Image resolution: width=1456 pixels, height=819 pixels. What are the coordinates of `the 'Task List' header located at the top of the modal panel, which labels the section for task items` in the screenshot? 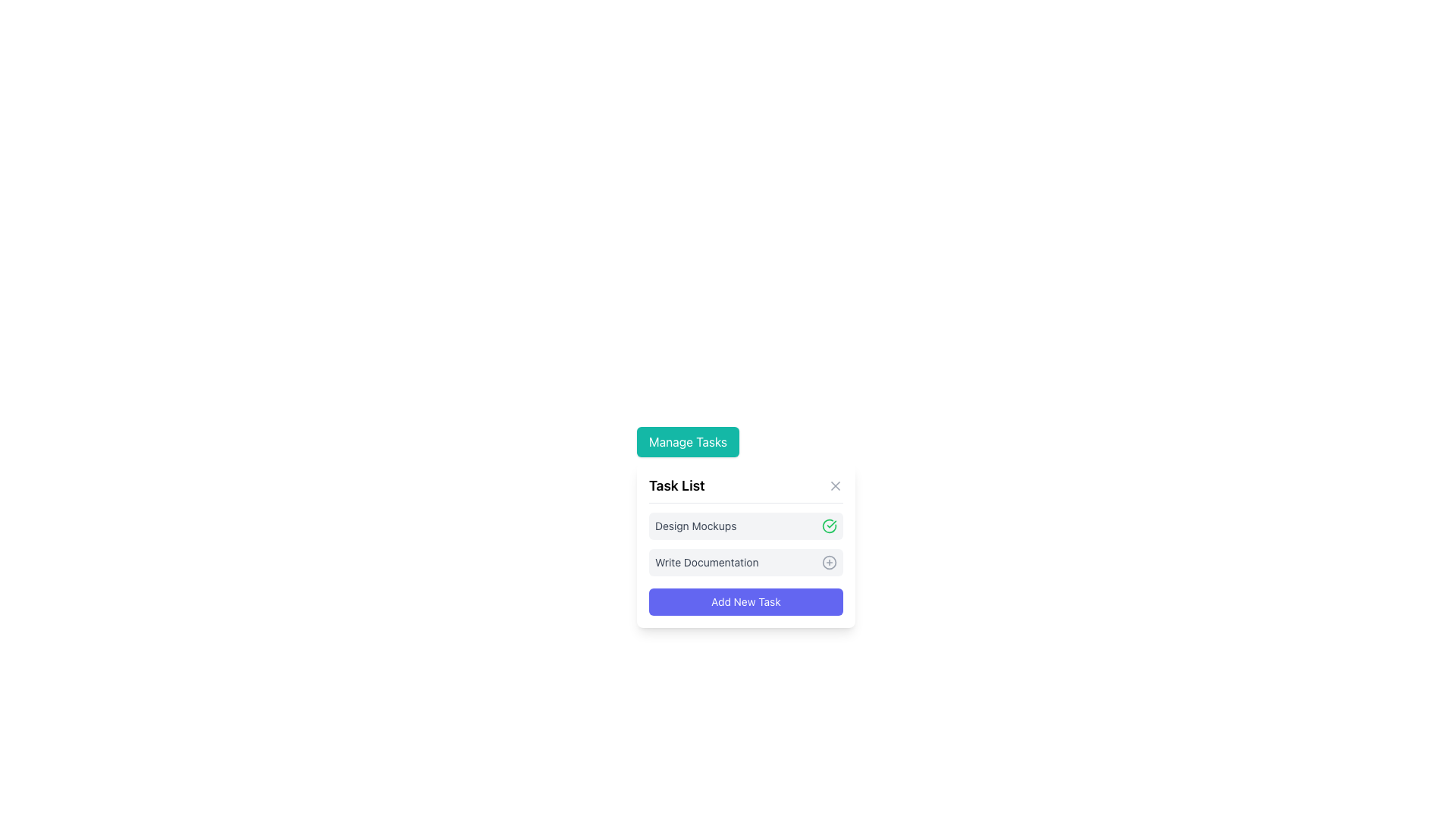 It's located at (676, 485).